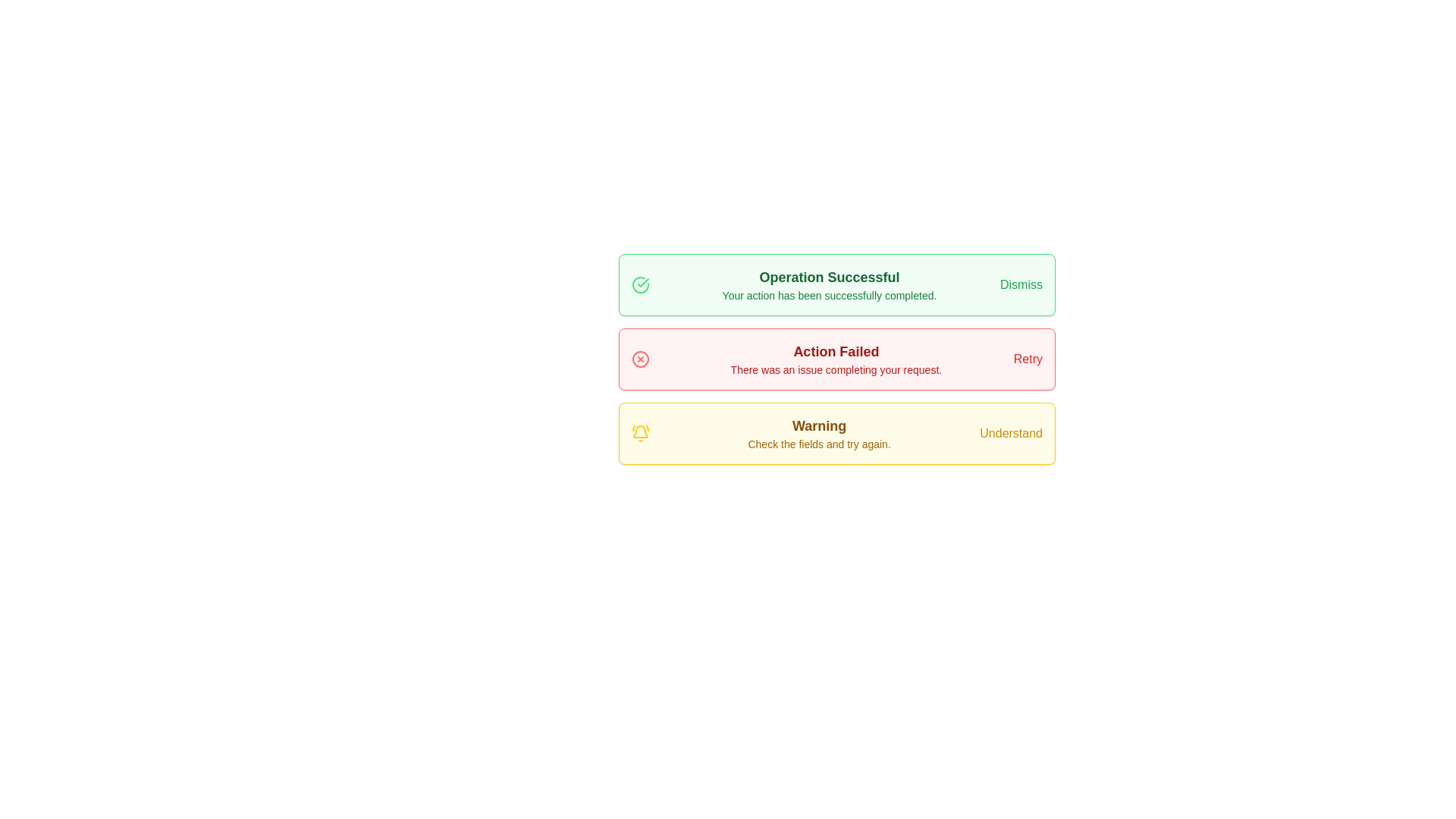  Describe the element at coordinates (1021, 284) in the screenshot. I see `the dismiss button located to the right of the green notification box displaying 'Operation Successful - Your action has been successfully completed.'` at that location.